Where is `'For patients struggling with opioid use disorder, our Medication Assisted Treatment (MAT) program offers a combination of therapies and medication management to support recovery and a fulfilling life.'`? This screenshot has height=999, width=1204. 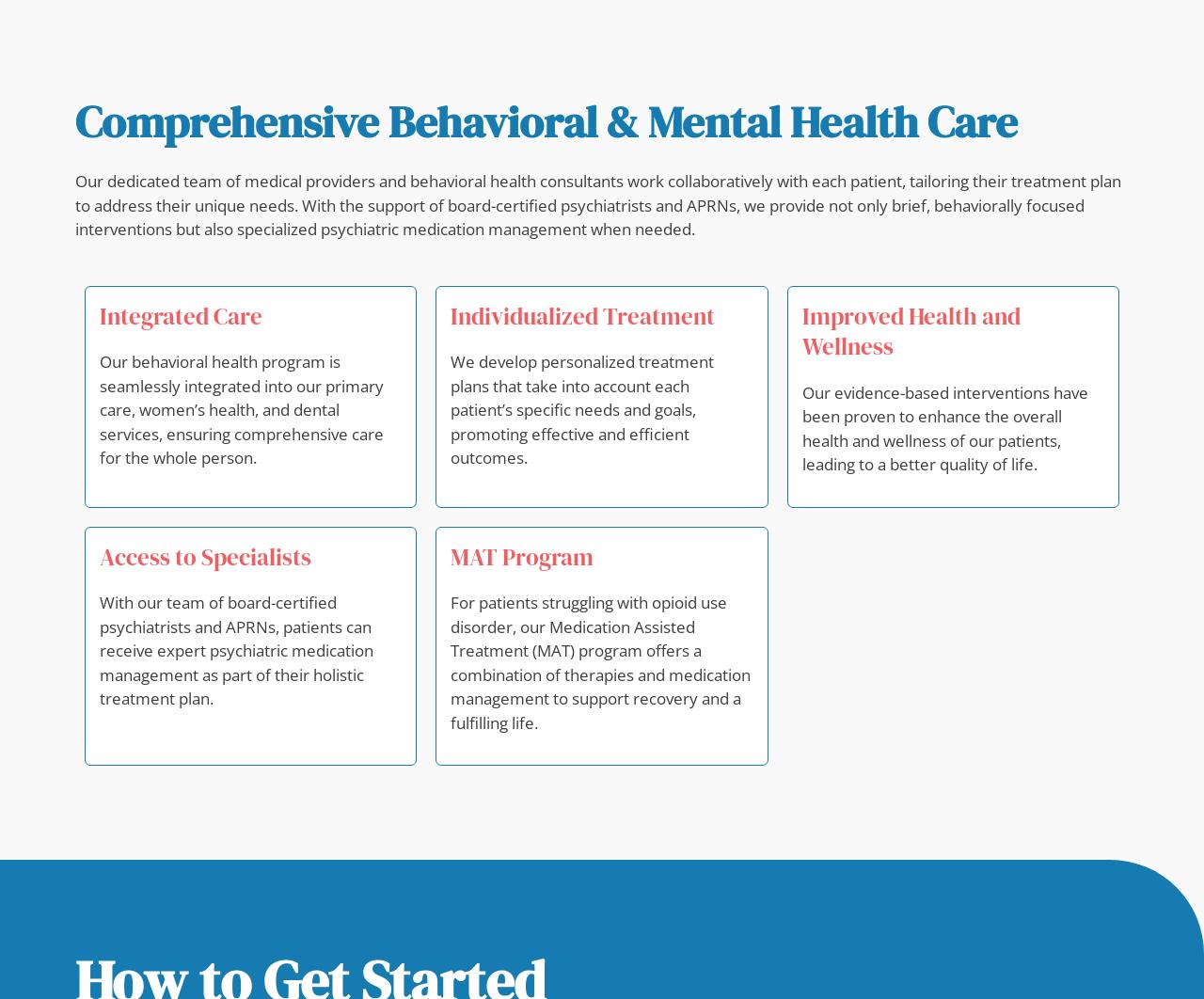 'For patients struggling with opioid use disorder, our Medication Assisted Treatment (MAT) program offers a combination of therapies and medication management to support recovery and a fulfilling life.' is located at coordinates (449, 661).